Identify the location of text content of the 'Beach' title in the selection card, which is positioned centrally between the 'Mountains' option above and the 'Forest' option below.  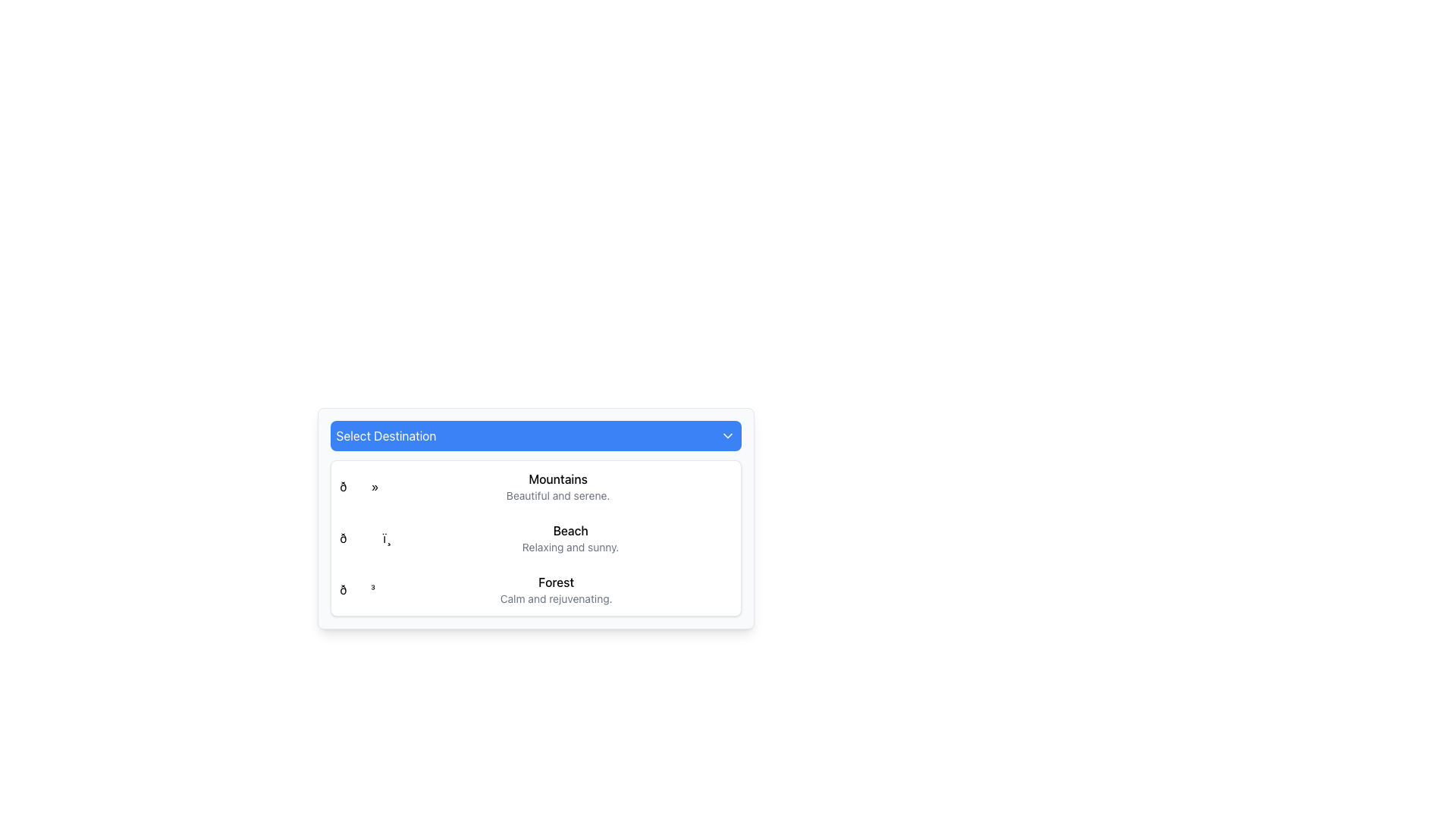
(570, 529).